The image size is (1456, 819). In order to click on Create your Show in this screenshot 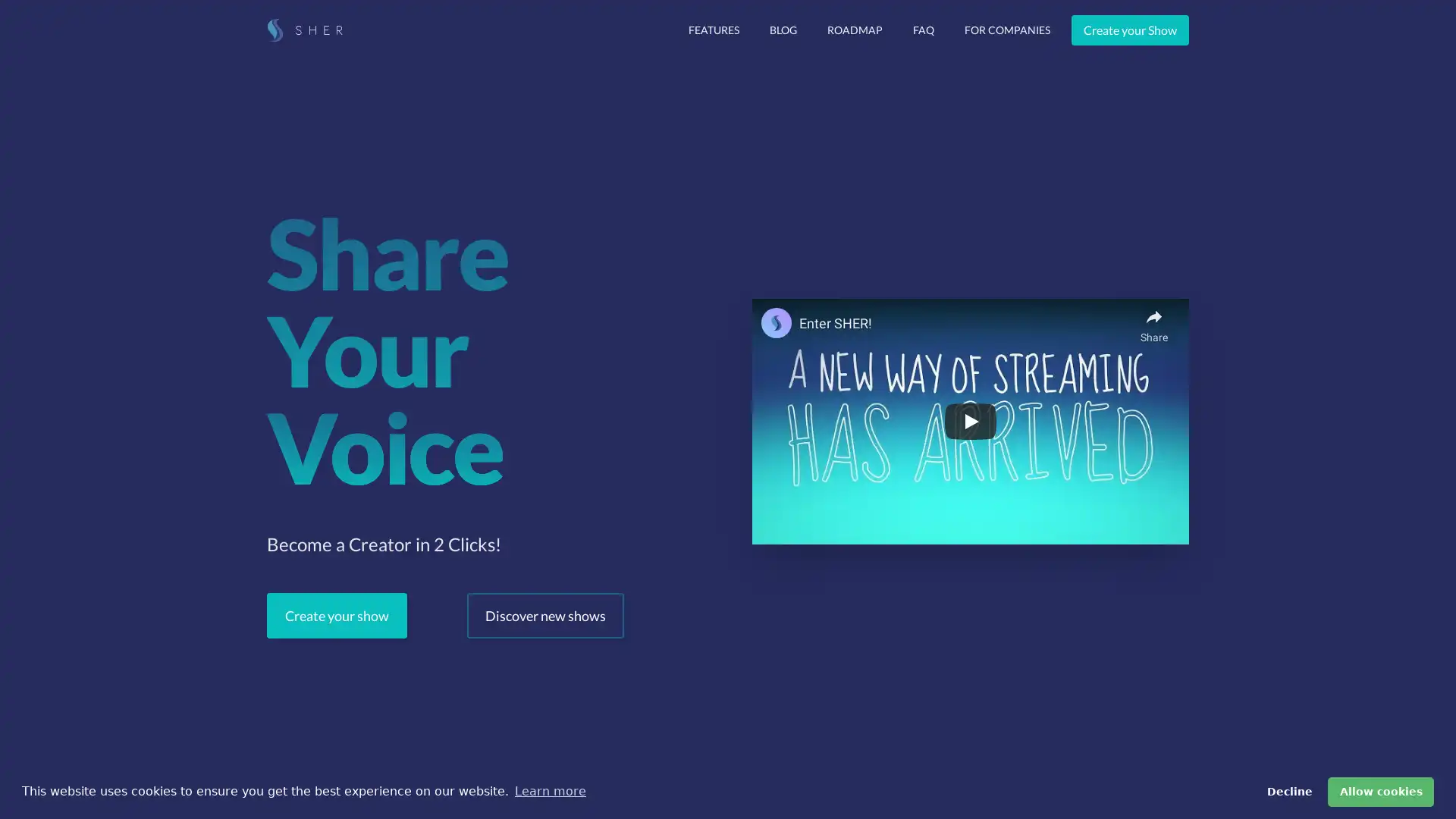, I will do `click(1130, 30)`.